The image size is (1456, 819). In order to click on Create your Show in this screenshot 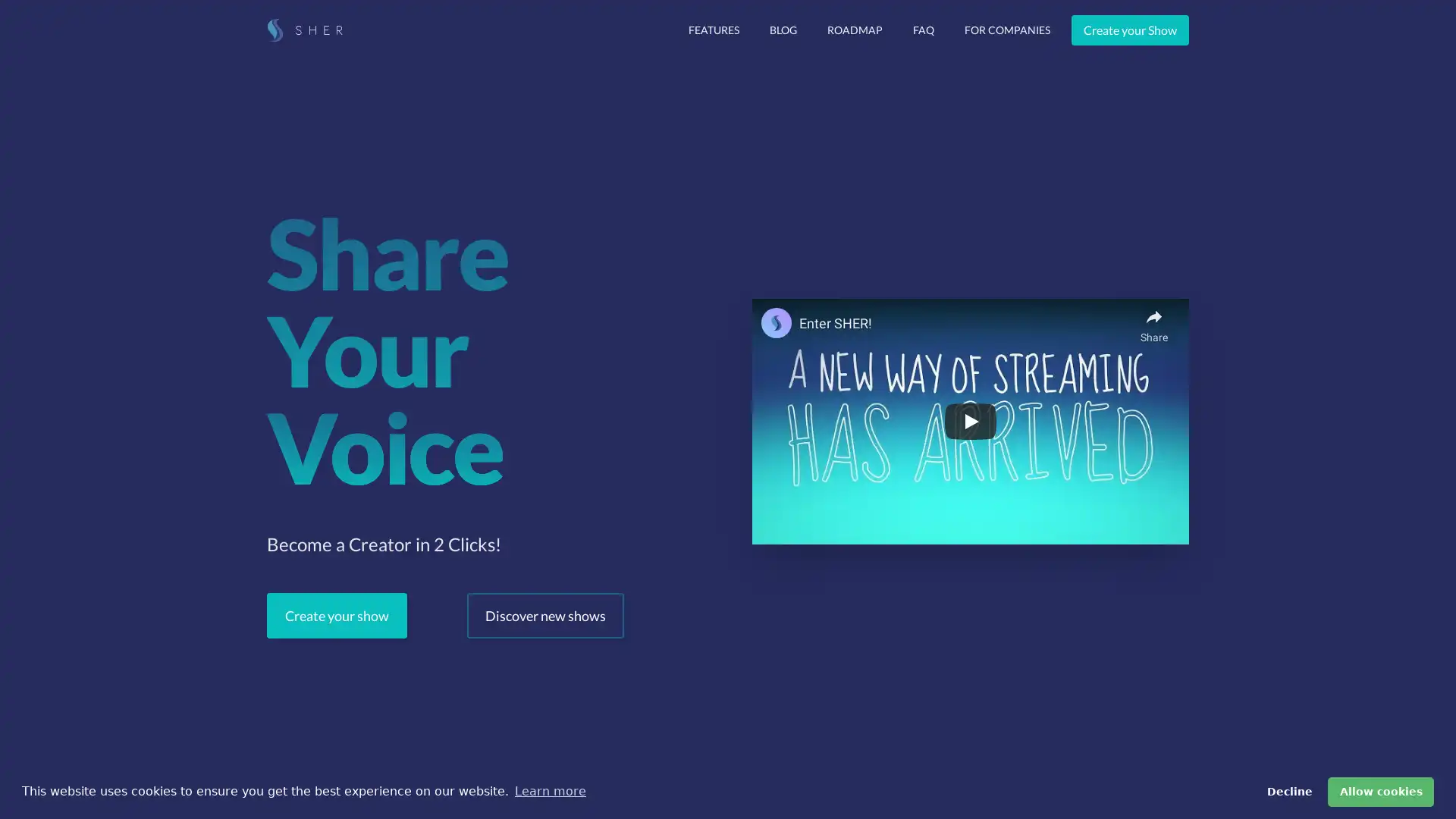, I will do `click(1130, 30)`.